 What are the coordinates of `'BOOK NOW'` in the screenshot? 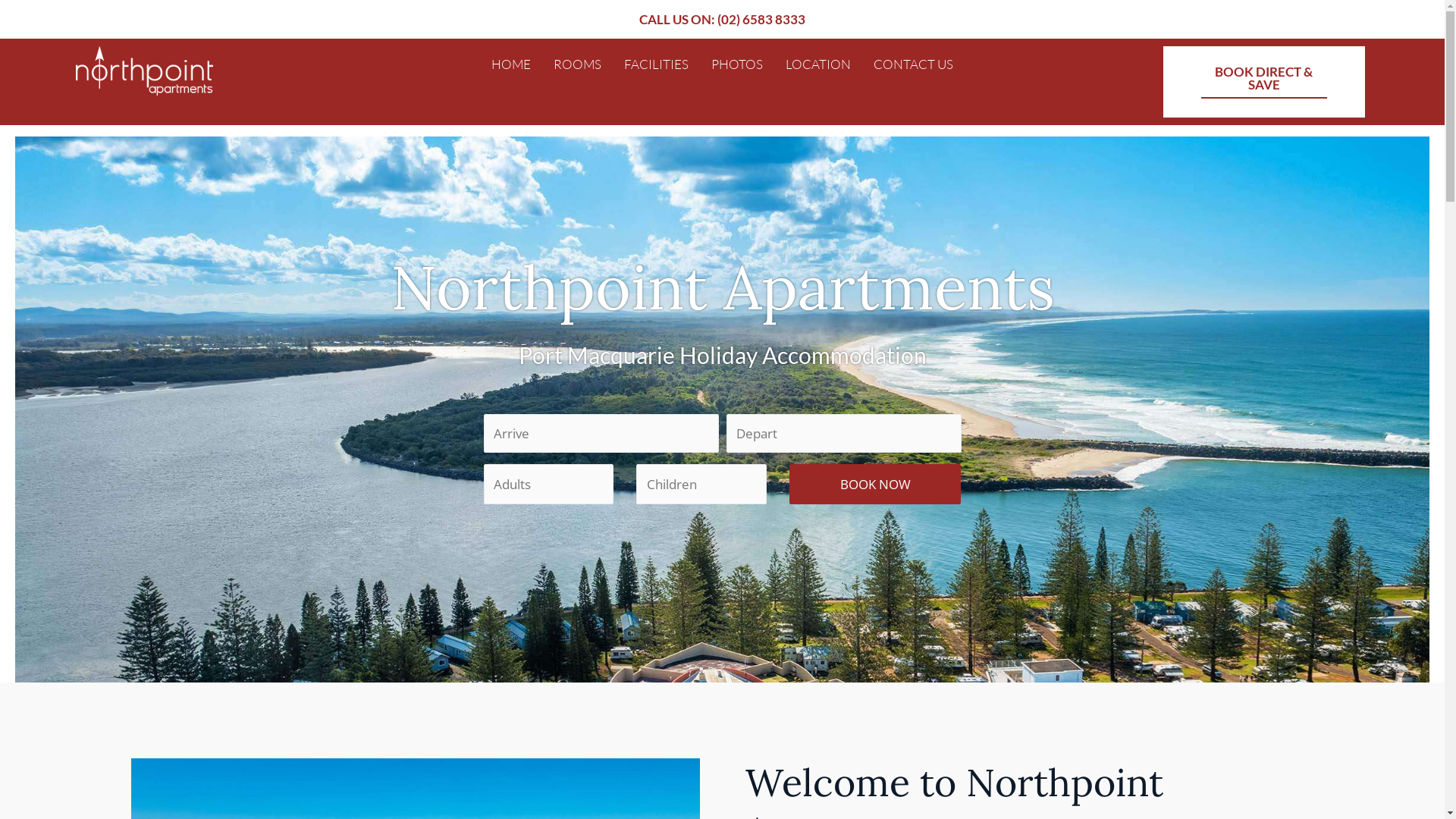 It's located at (874, 485).